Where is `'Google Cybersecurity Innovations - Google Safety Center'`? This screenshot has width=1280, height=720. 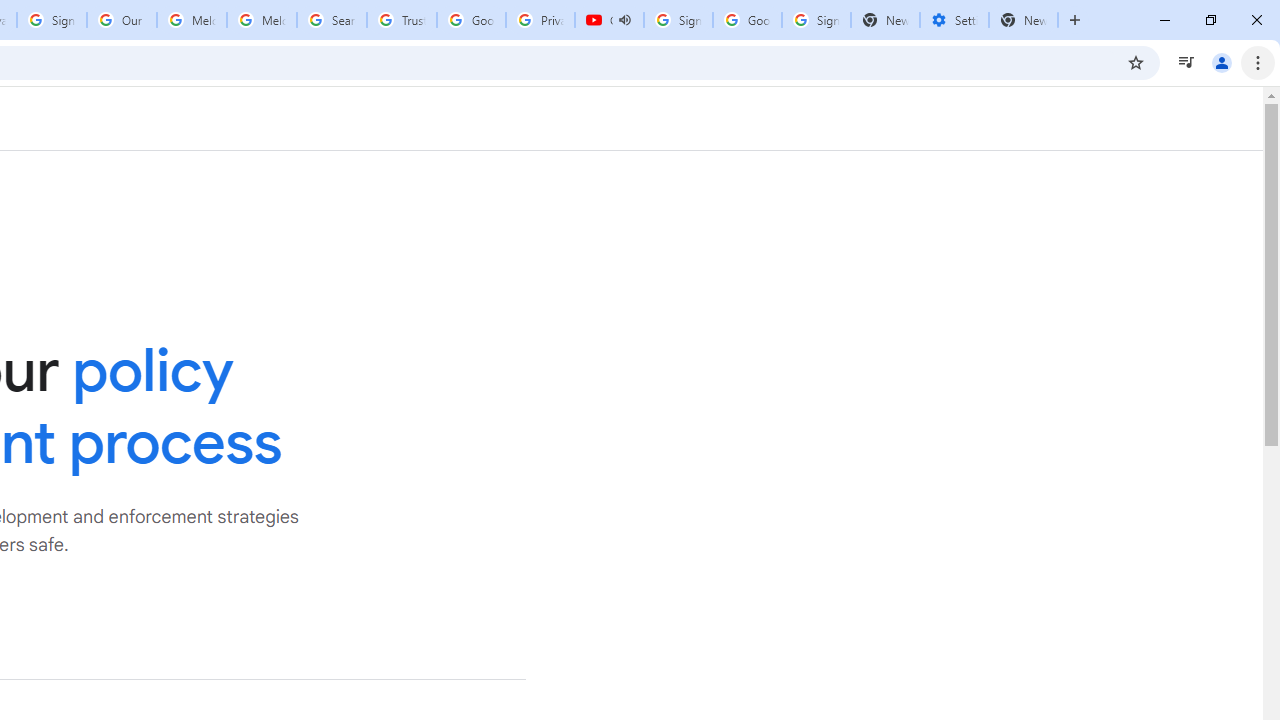
'Google Cybersecurity Innovations - Google Safety Center' is located at coordinates (746, 20).